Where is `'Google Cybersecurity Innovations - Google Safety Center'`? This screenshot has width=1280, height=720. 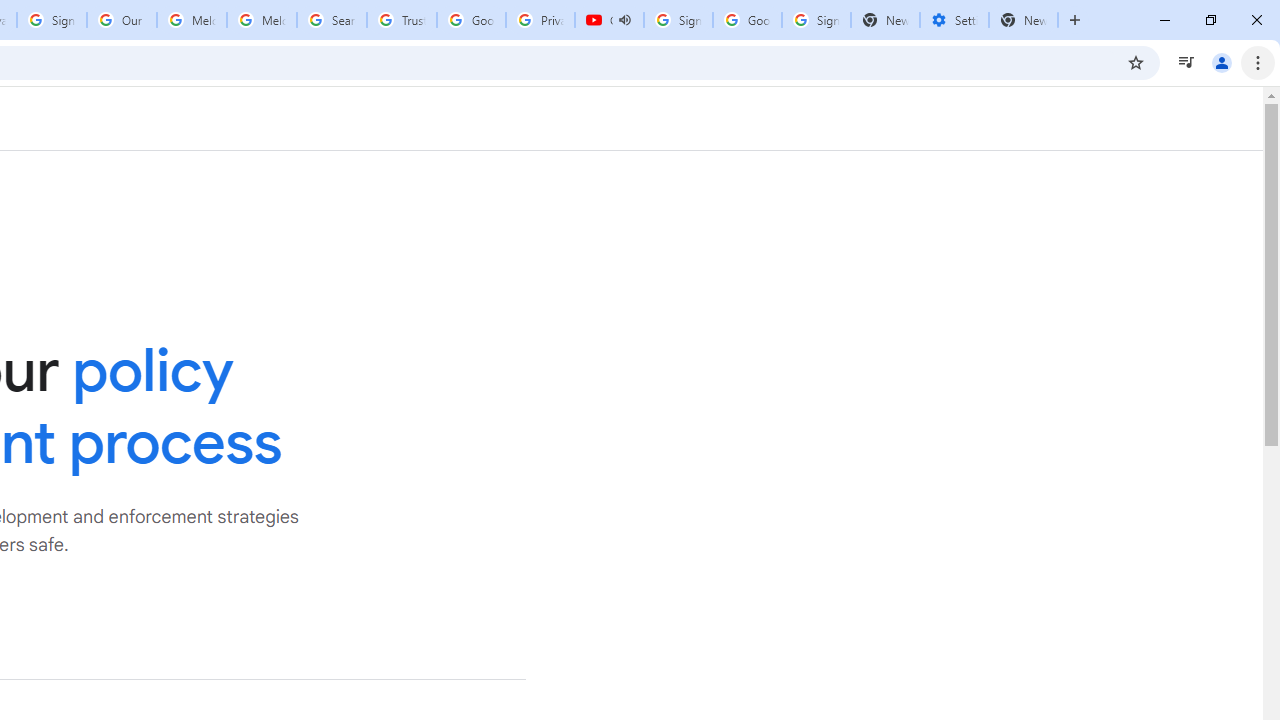
'Google Cybersecurity Innovations - Google Safety Center' is located at coordinates (746, 20).